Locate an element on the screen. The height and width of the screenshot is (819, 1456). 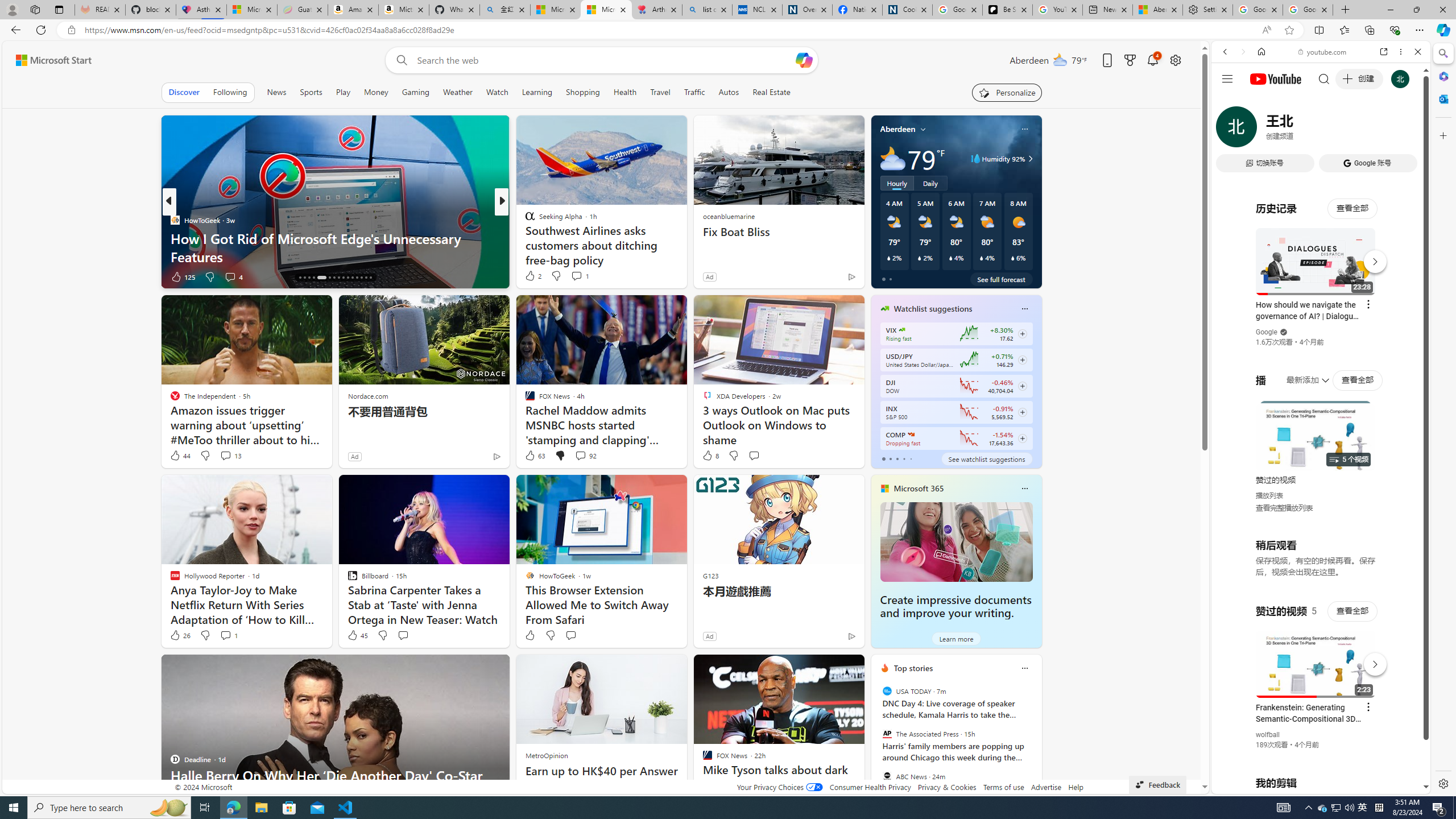
'The Washington Post' is located at coordinates (524, 220).